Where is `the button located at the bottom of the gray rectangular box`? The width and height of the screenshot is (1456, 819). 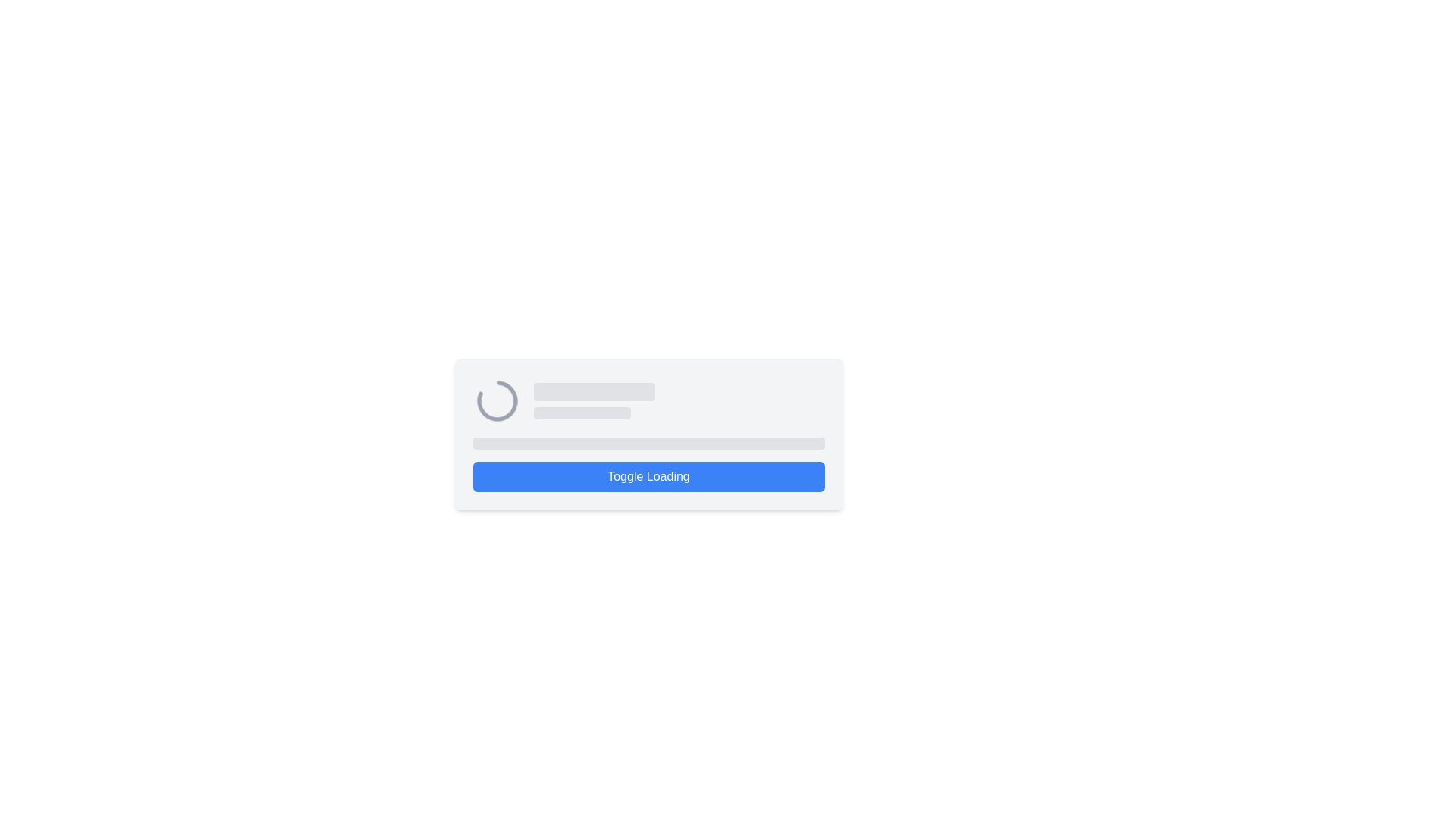
the button located at the bottom of the gray rectangular box is located at coordinates (648, 435).